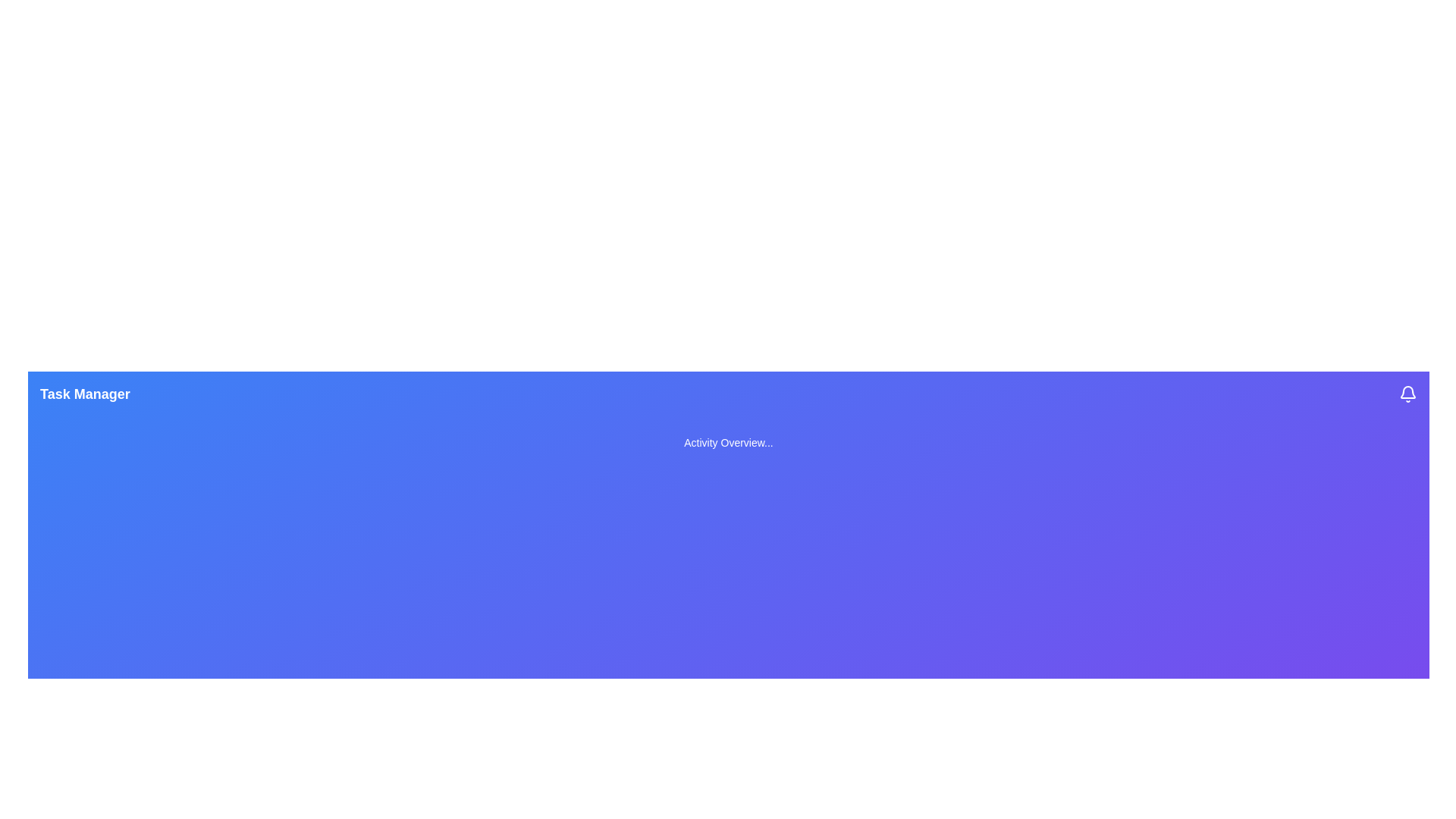 The height and width of the screenshot is (819, 1456). What do you see at coordinates (84, 394) in the screenshot?
I see `the text label displaying 'Task Manager', which is styled in bold with a larger size and located on the left side of the header bar` at bounding box center [84, 394].